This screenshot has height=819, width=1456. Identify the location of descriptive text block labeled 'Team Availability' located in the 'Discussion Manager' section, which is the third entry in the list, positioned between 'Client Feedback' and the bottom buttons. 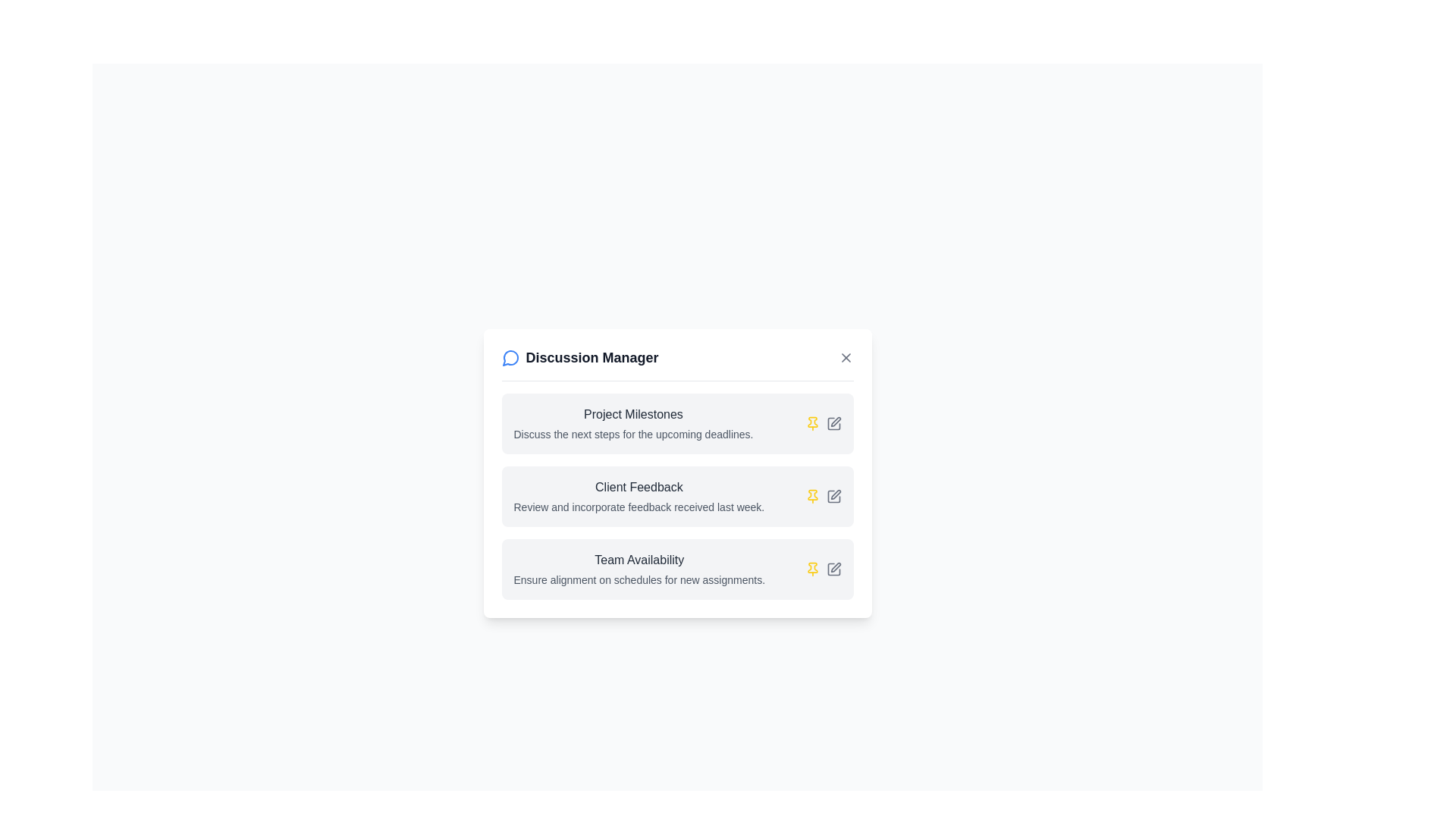
(639, 569).